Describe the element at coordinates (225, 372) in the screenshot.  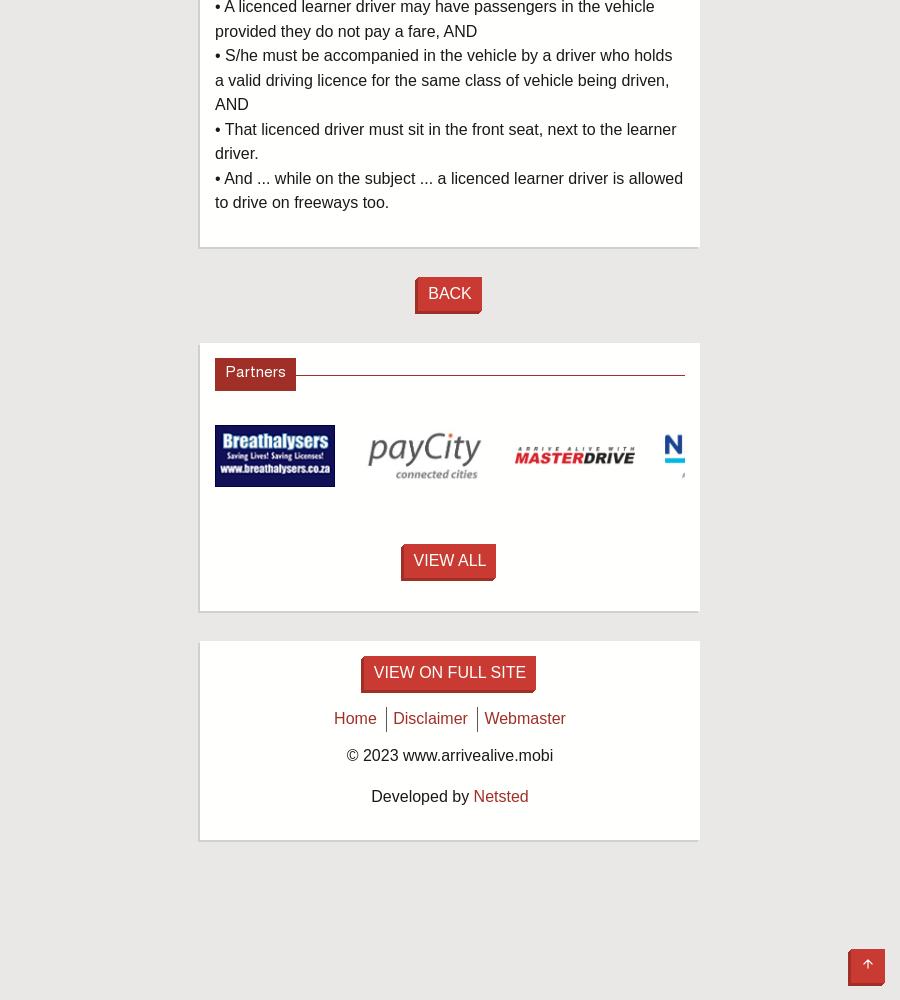
I see `'Partners'` at that location.